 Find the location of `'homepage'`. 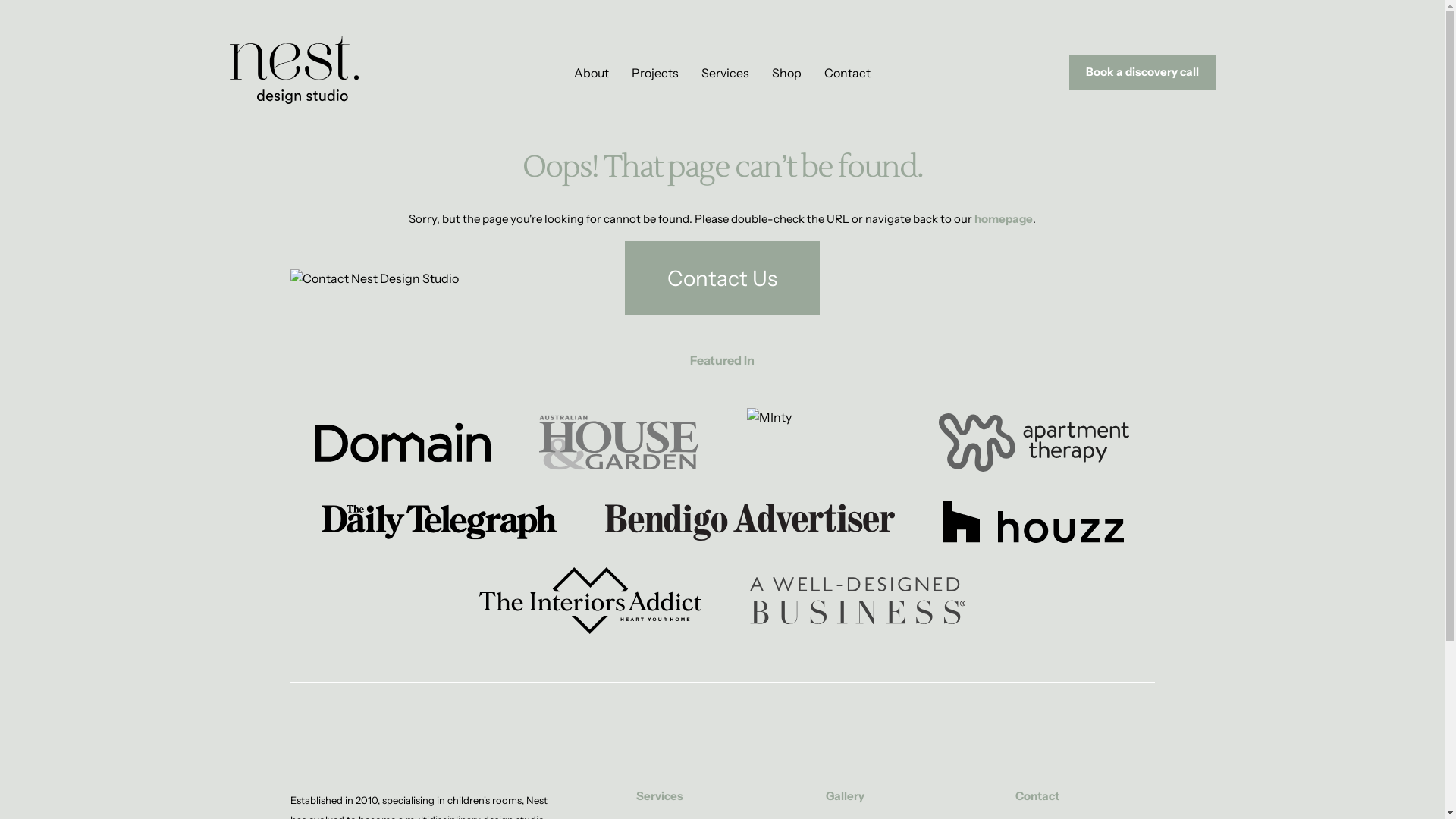

'homepage' is located at coordinates (1003, 218).